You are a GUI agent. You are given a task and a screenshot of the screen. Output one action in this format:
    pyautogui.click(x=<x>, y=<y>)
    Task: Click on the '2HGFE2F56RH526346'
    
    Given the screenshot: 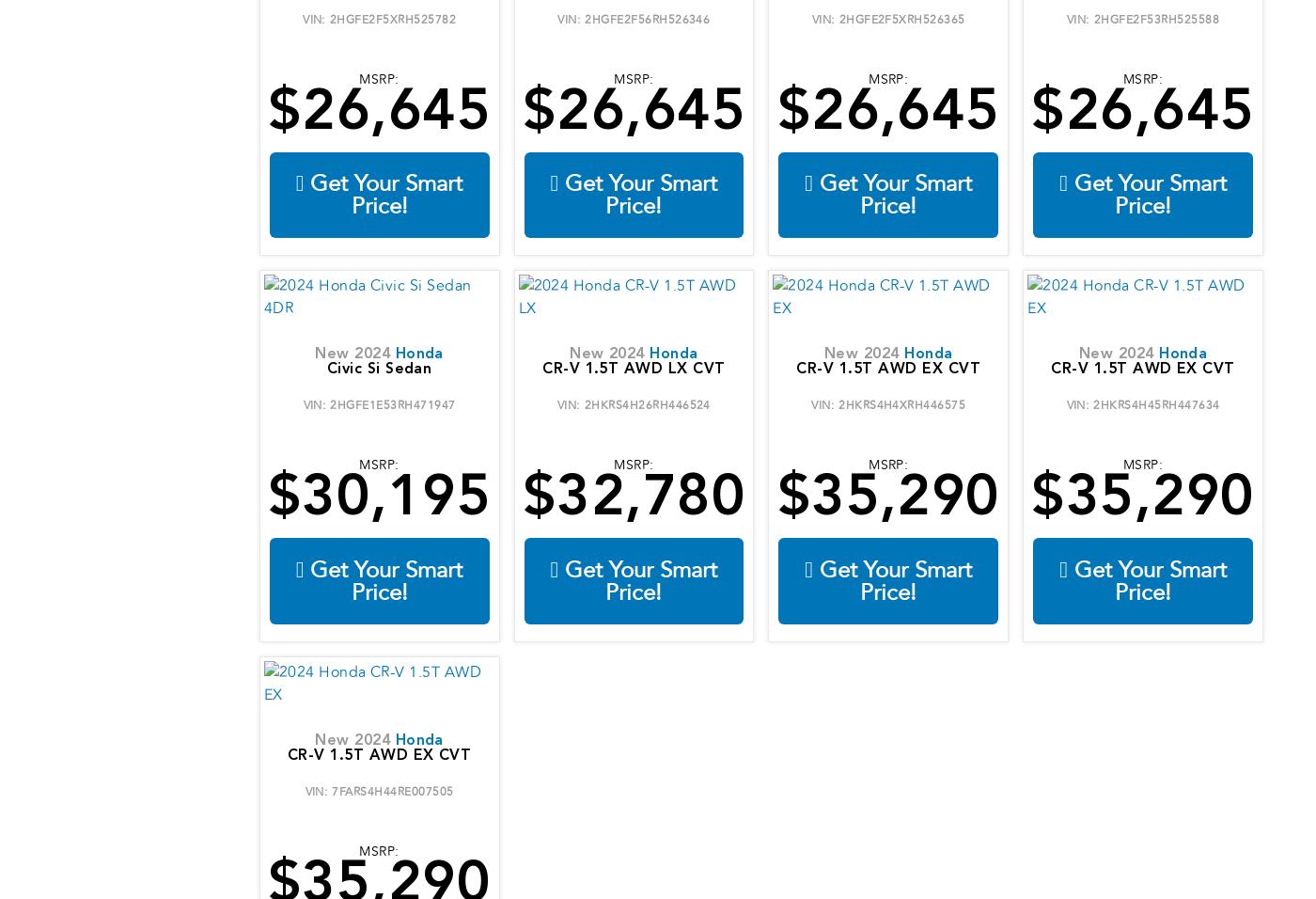 What is the action you would take?
    pyautogui.click(x=647, y=17)
    